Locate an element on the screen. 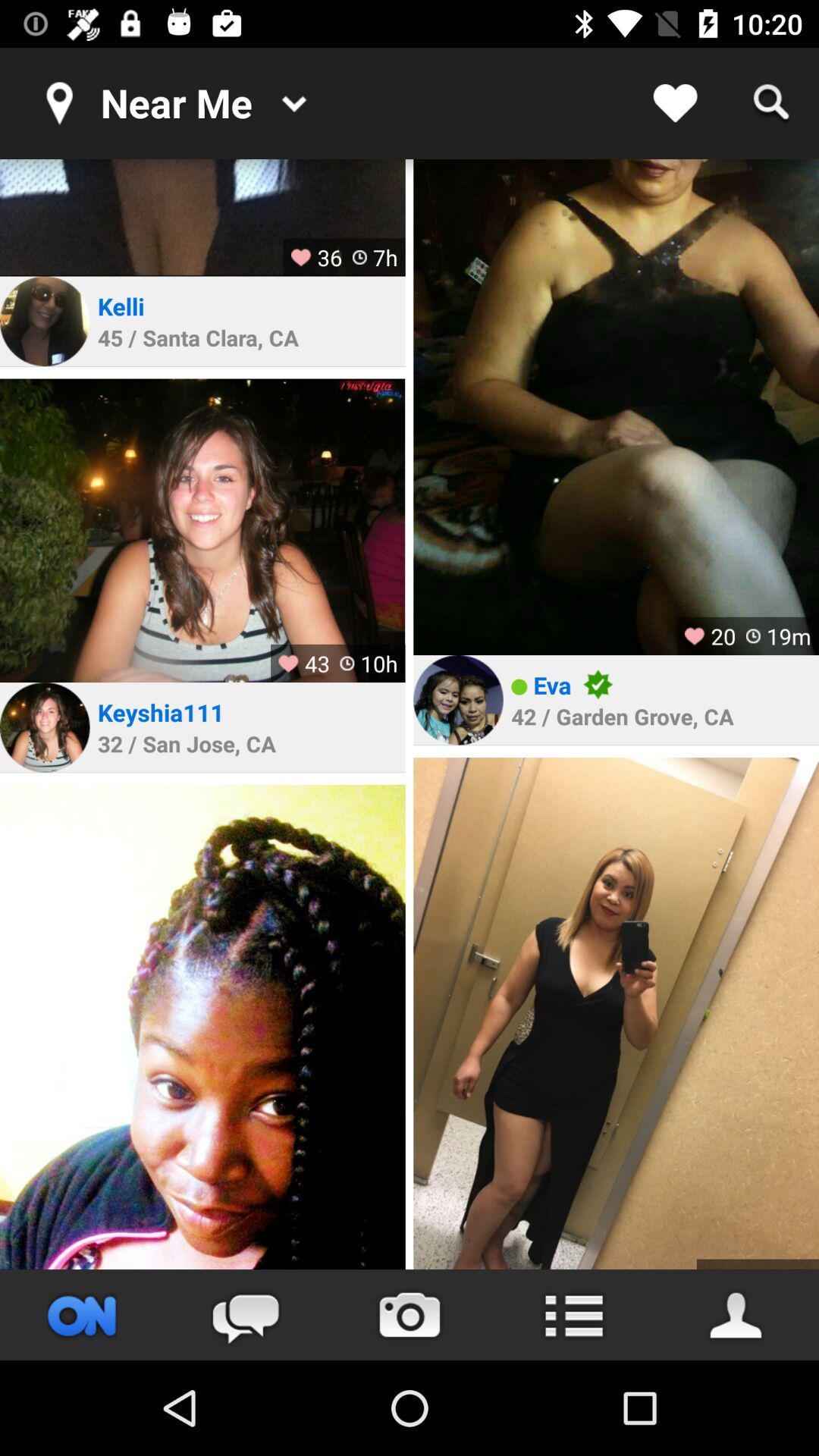  visit your profile is located at coordinates (736, 1314).